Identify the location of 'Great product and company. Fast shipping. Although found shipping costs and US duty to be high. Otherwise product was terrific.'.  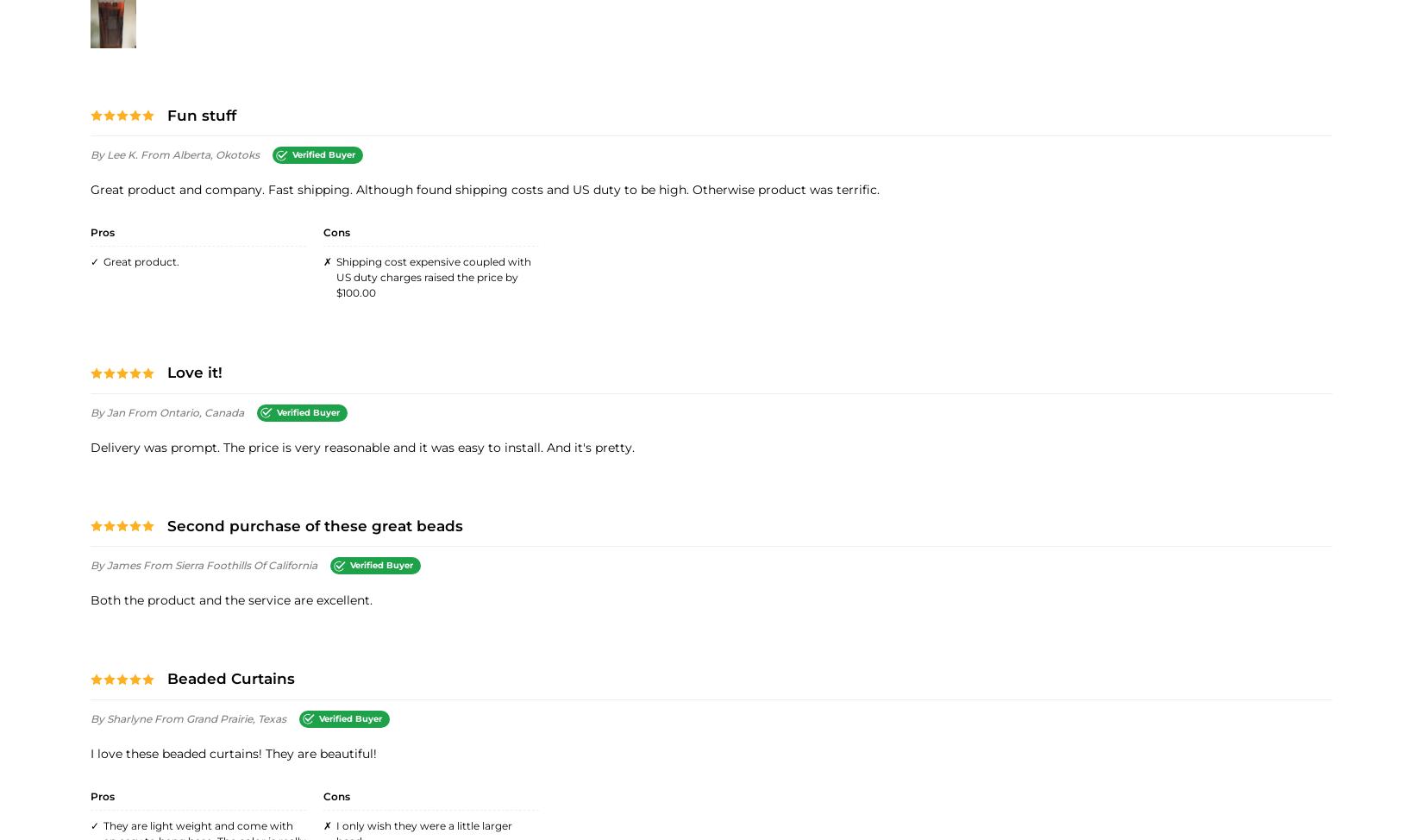
(484, 190).